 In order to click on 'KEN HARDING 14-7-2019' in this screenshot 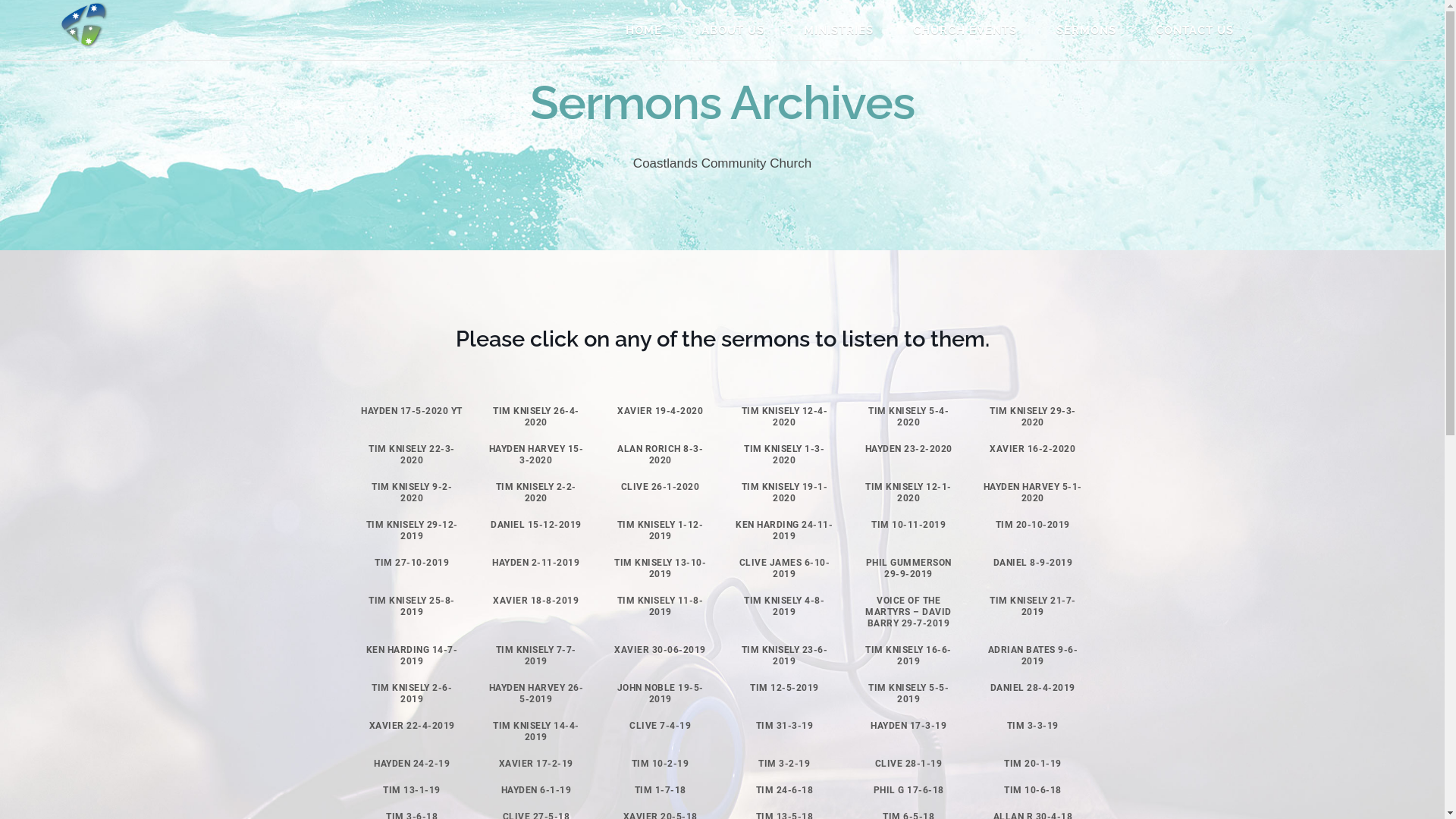, I will do `click(412, 654)`.